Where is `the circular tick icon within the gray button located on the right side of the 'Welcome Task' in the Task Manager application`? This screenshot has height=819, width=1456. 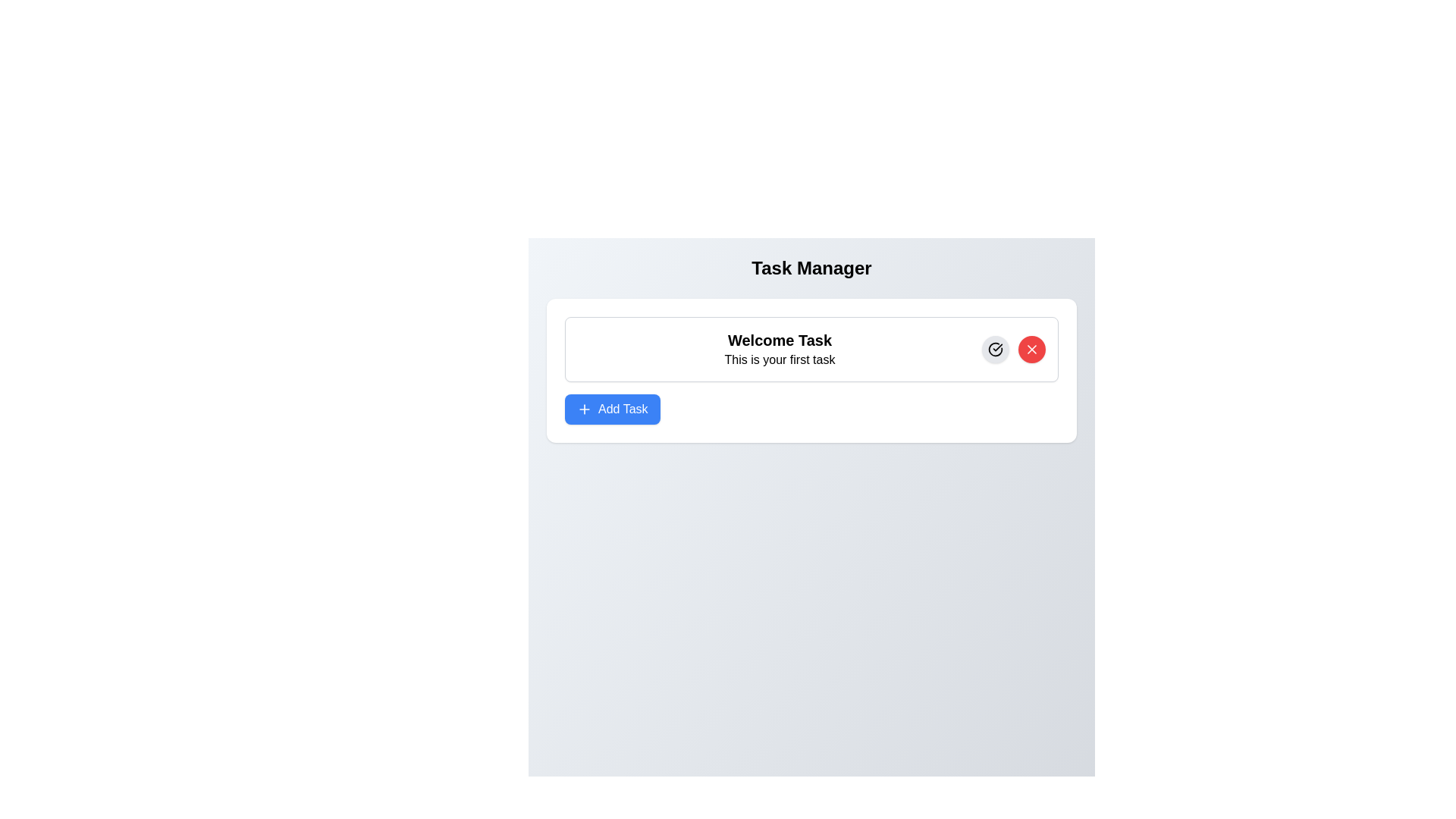
the circular tick icon within the gray button located on the right side of the 'Welcome Task' in the Task Manager application is located at coordinates (996, 350).